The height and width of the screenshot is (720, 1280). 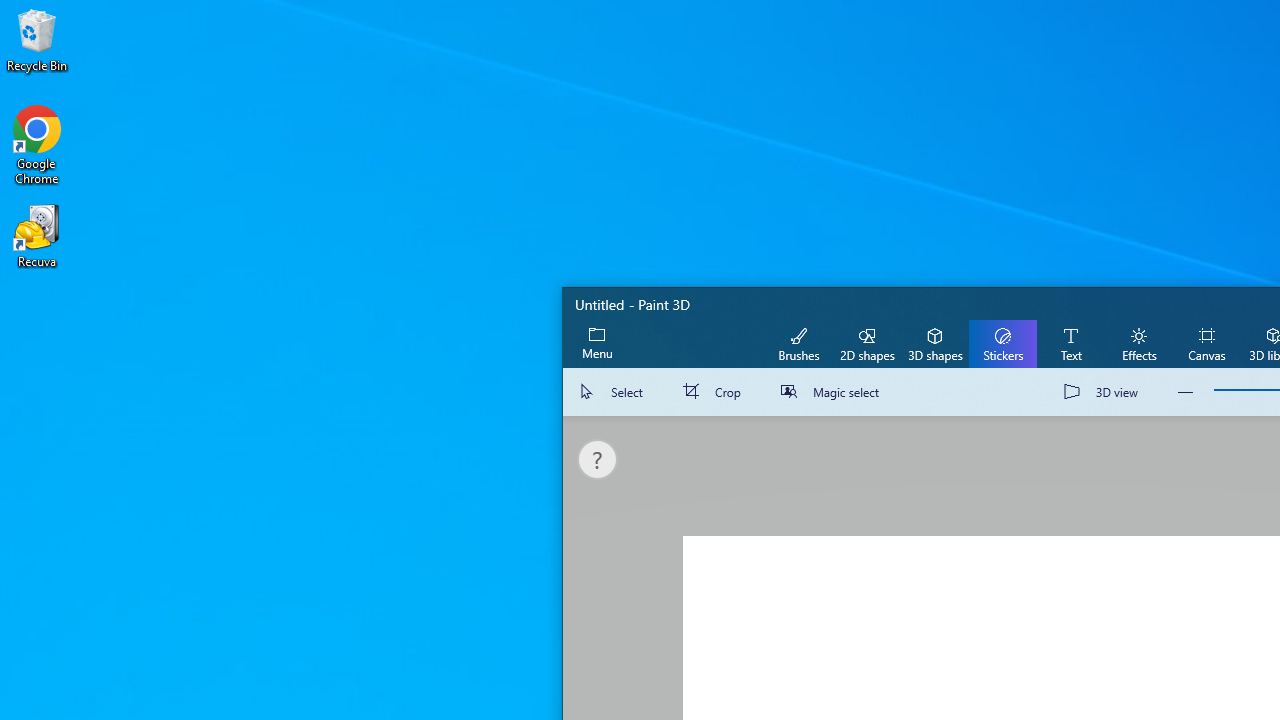 I want to click on 'Get some help', so click(x=596, y=459).